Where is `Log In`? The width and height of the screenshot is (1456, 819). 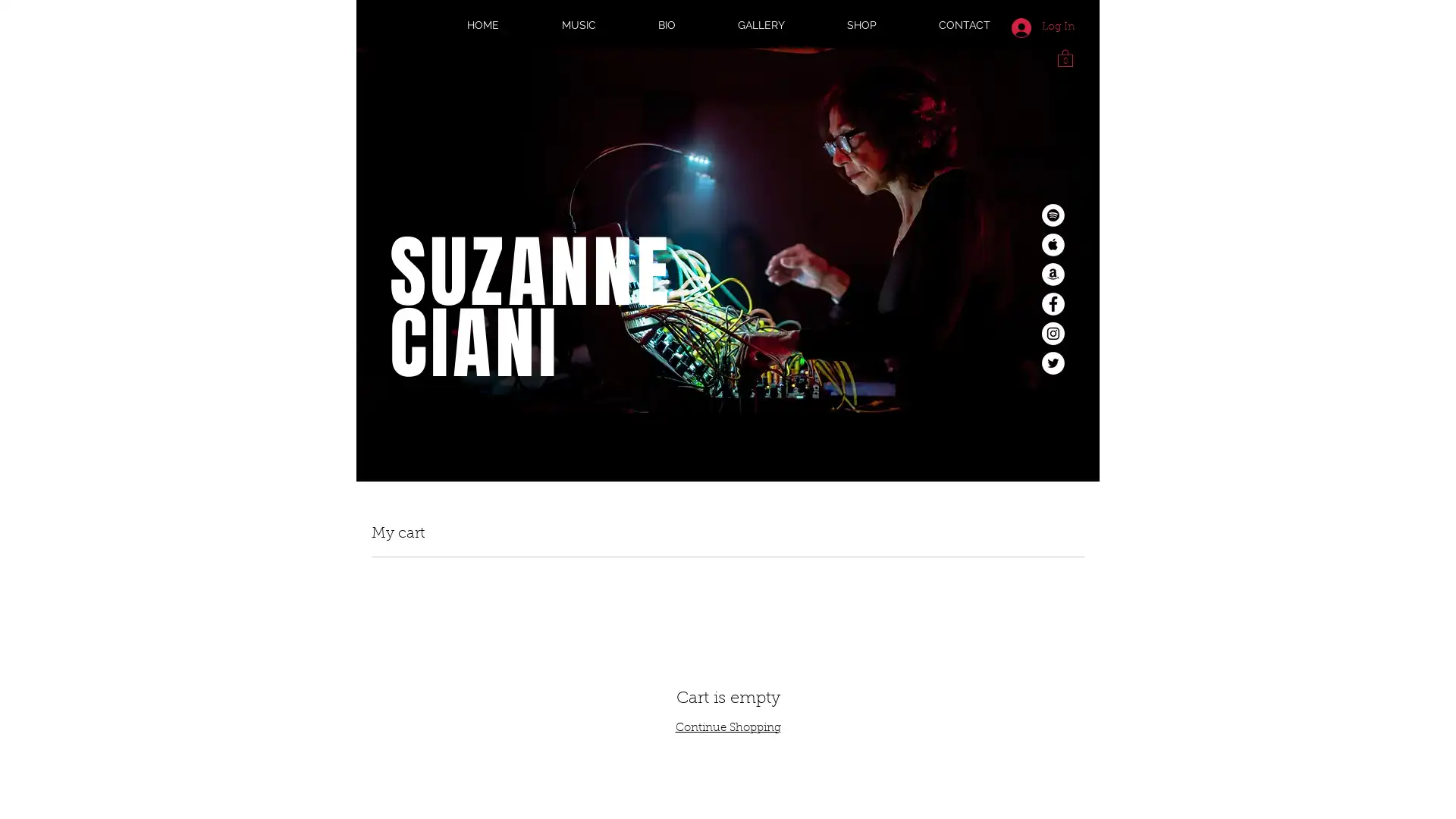
Log In is located at coordinates (1042, 27).